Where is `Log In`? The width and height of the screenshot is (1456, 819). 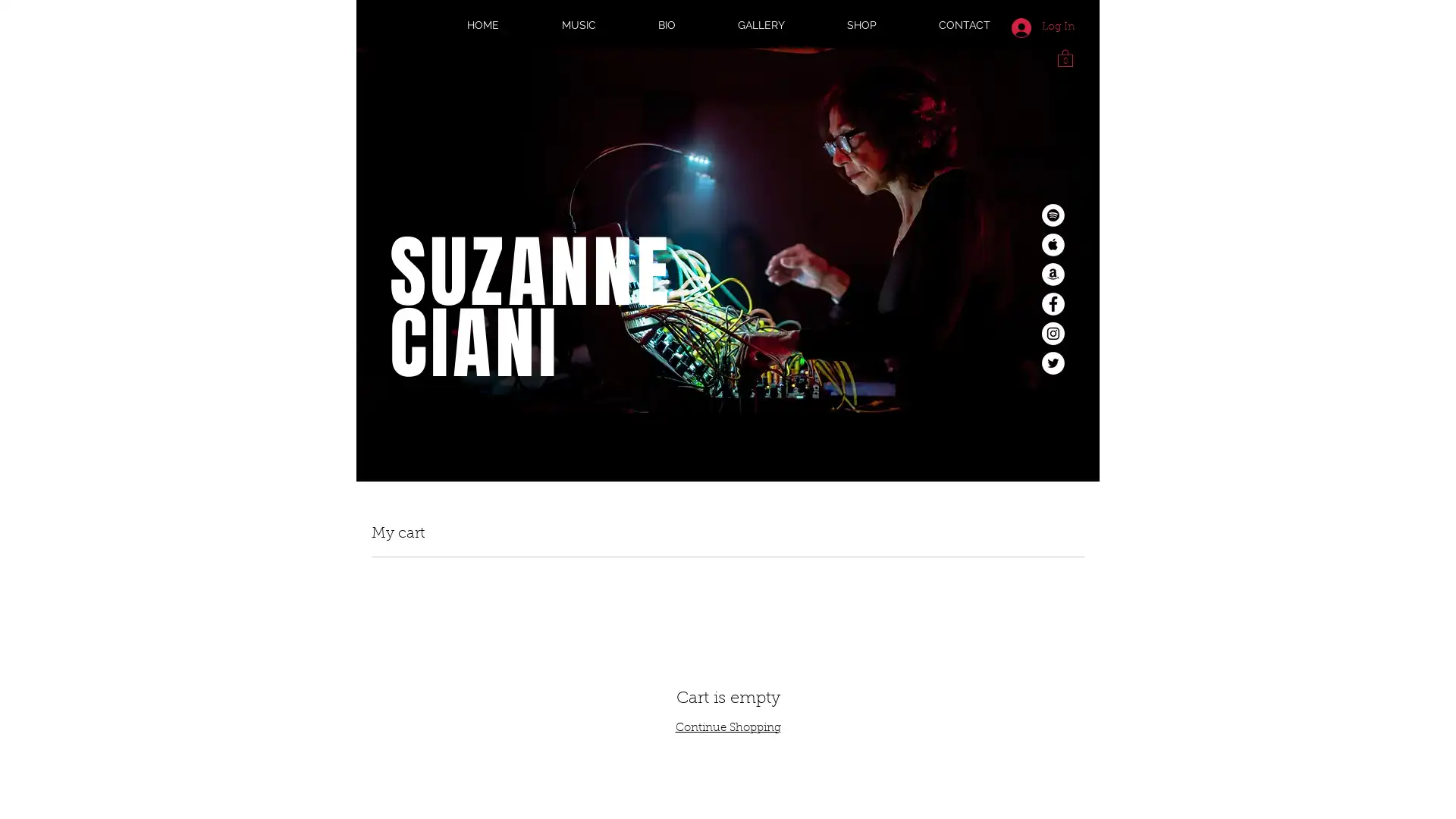
Log In is located at coordinates (1042, 27).